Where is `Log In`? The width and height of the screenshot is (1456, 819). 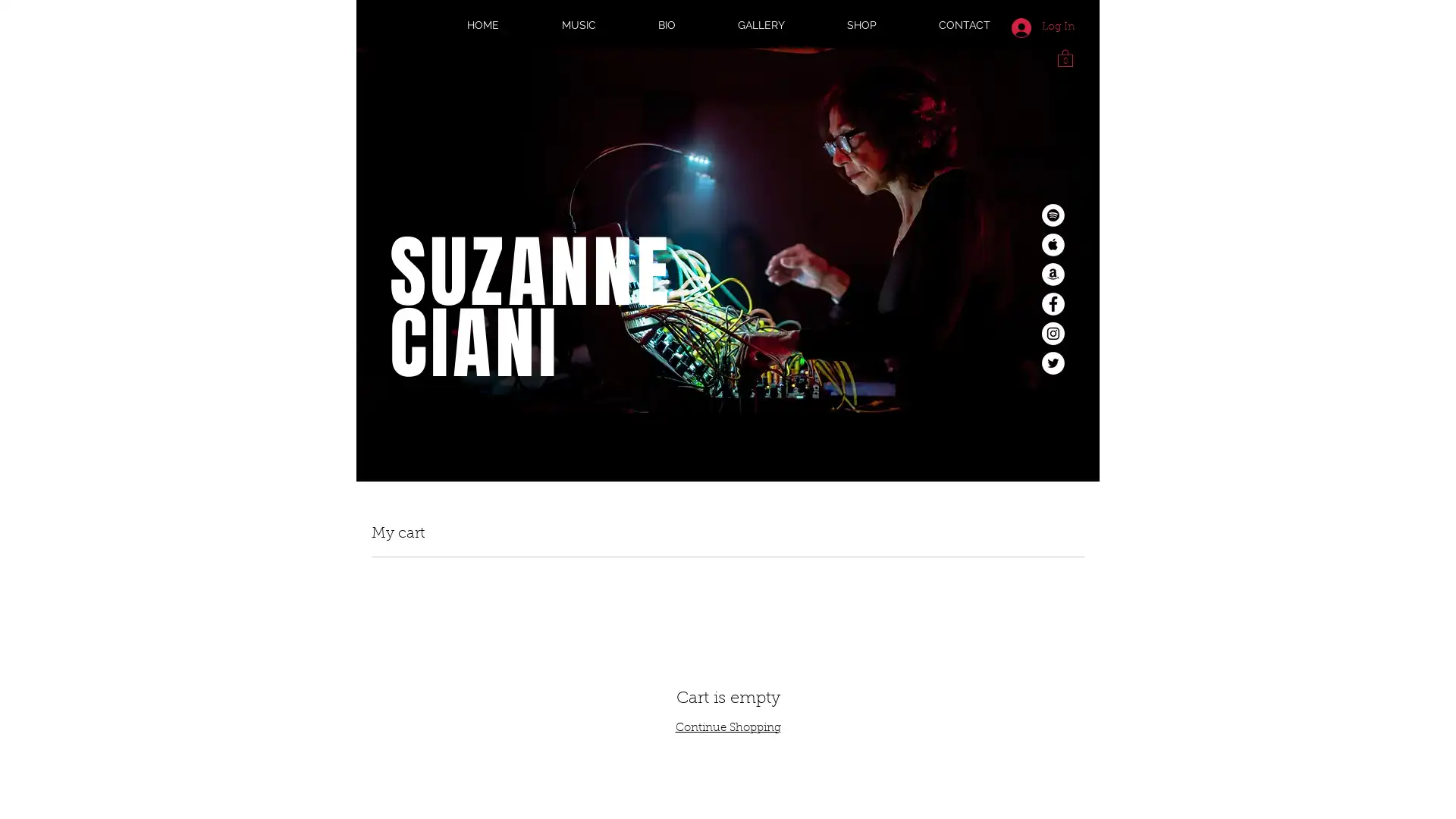
Log In is located at coordinates (1042, 27).